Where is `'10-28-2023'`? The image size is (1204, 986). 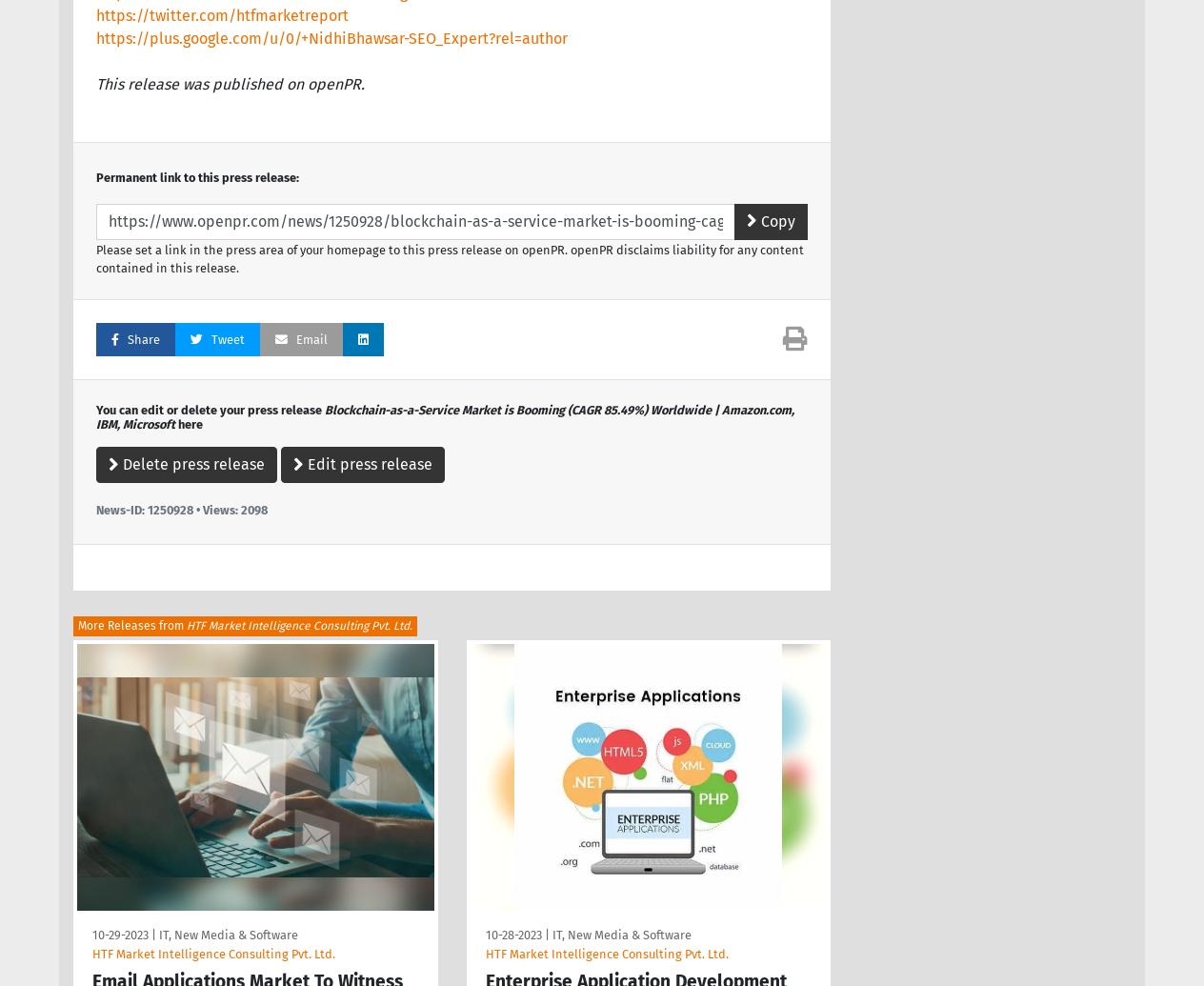
'10-28-2023' is located at coordinates (512, 934).